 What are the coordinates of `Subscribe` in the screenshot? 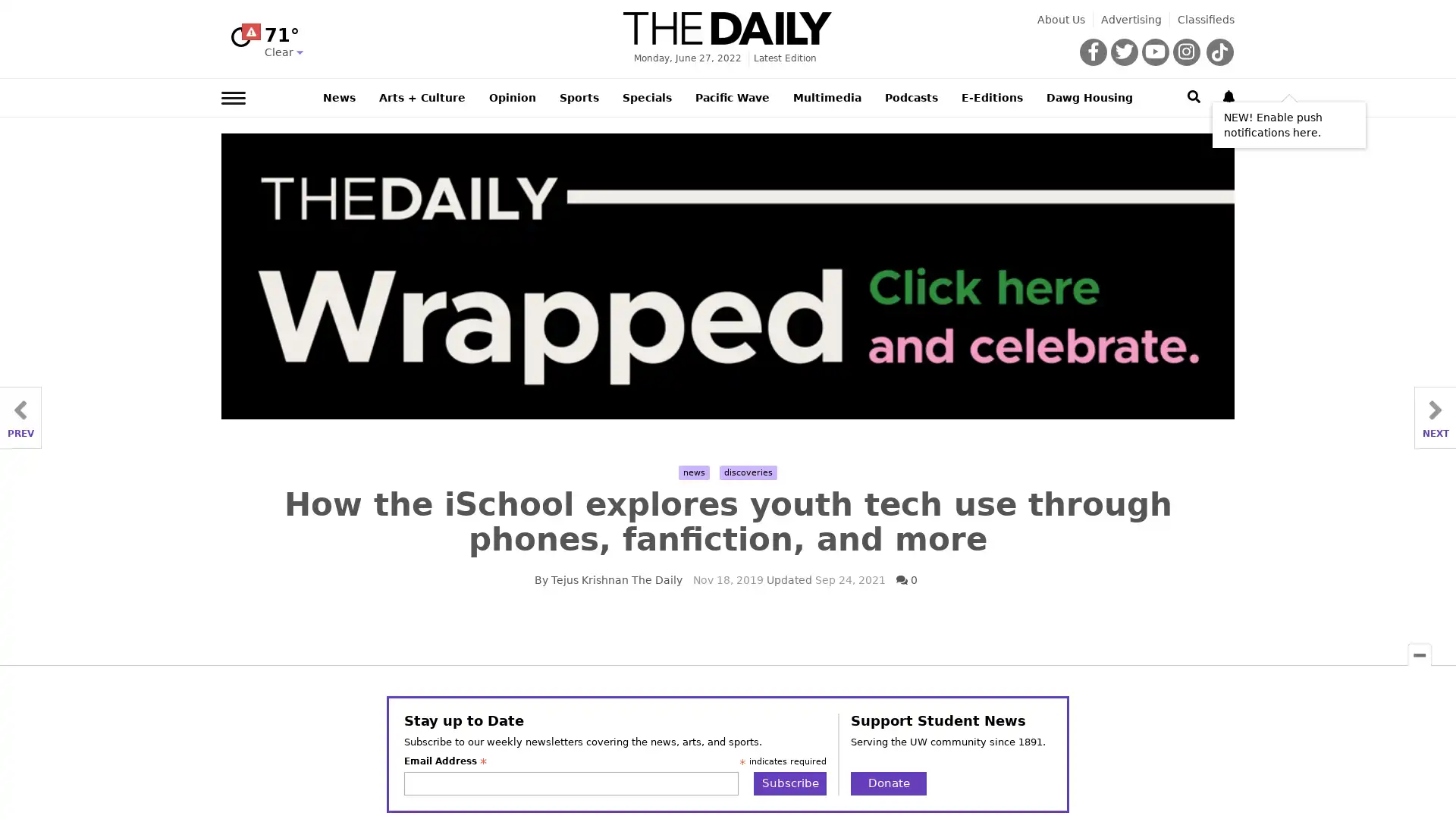 It's located at (789, 783).